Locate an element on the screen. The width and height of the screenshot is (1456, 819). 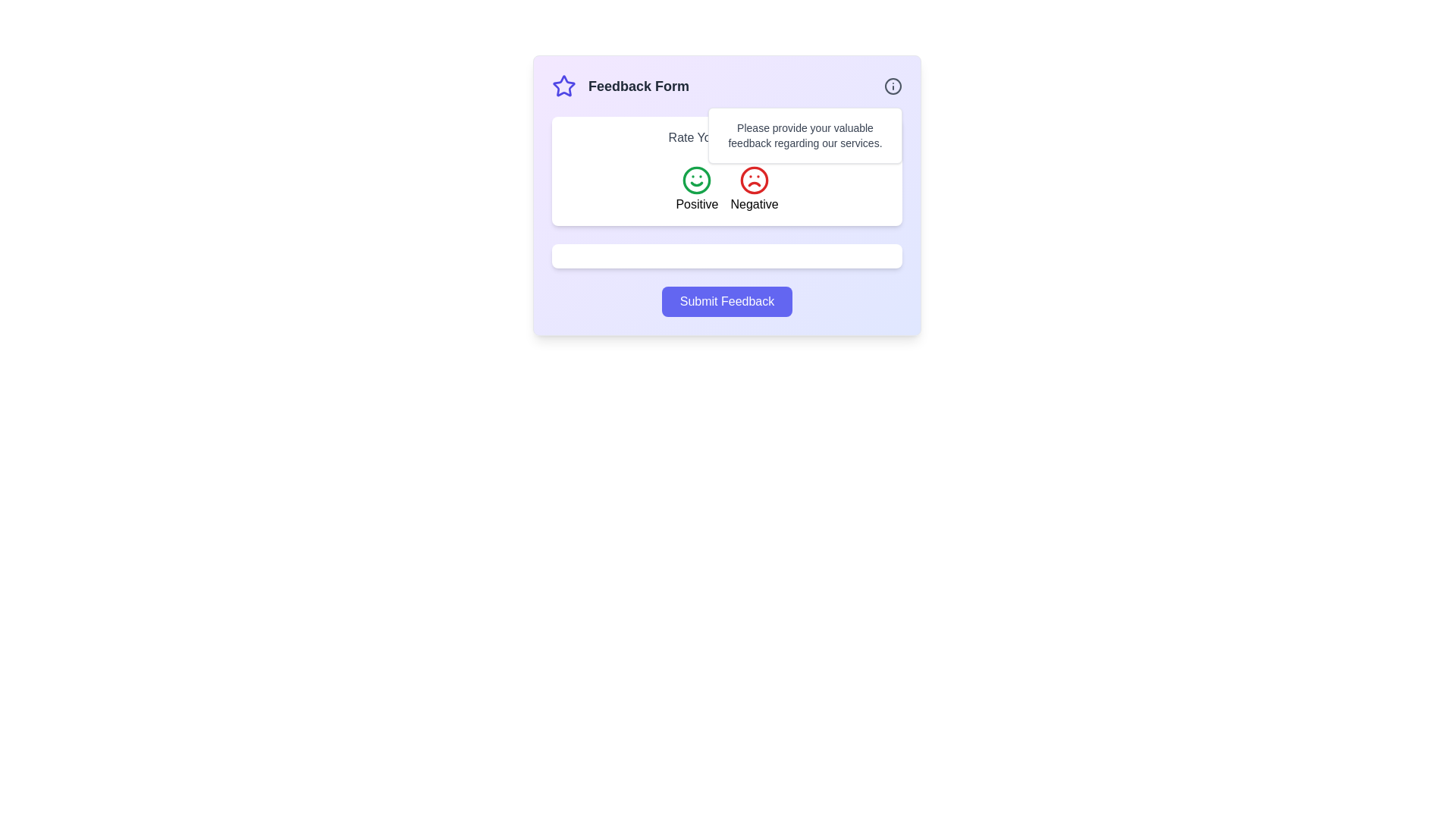
the green smiley face button labeled 'Positive' in the feedback form is located at coordinates (696, 189).